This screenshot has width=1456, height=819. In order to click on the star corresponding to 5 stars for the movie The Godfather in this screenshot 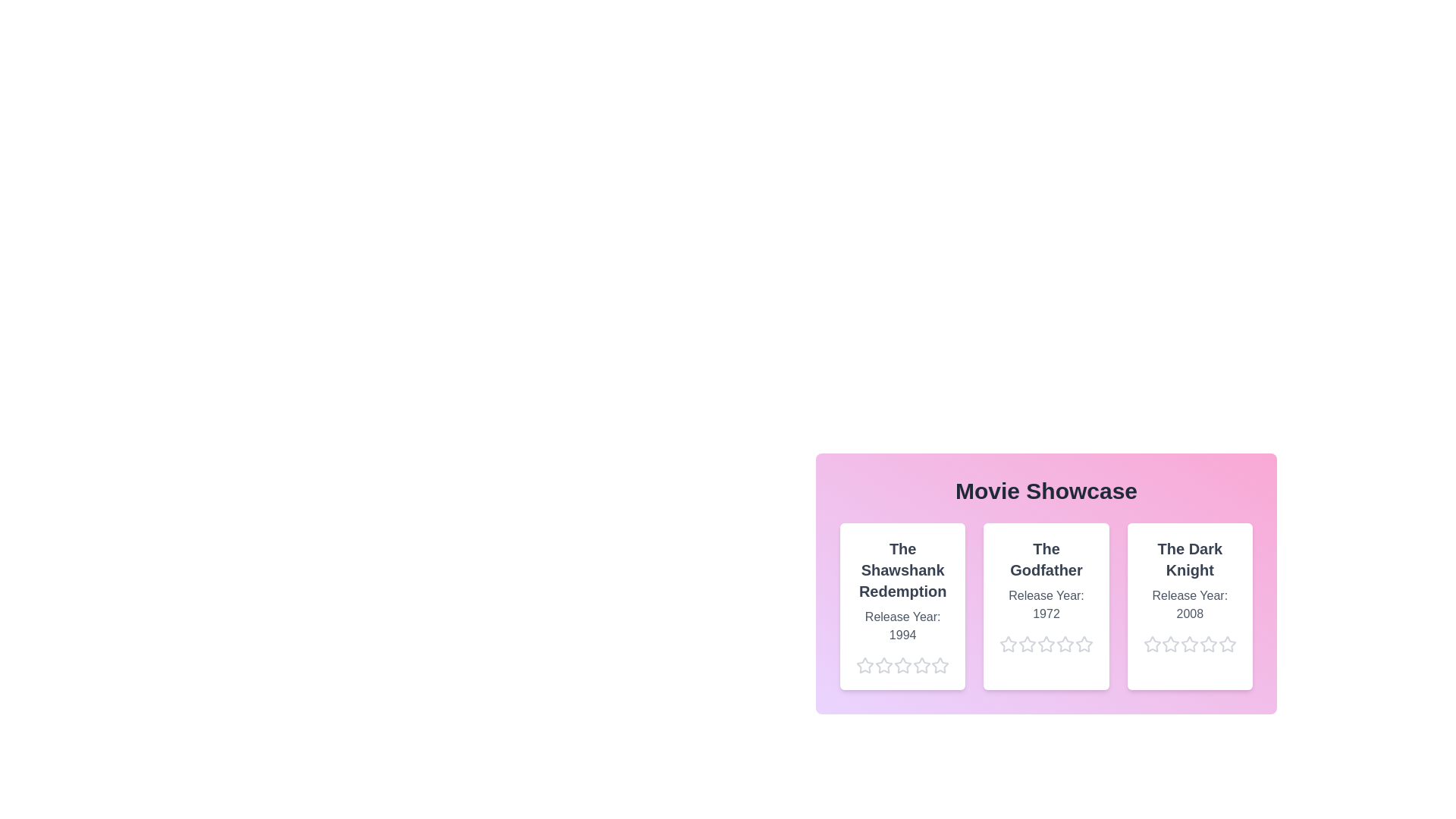, I will do `click(1074, 644)`.